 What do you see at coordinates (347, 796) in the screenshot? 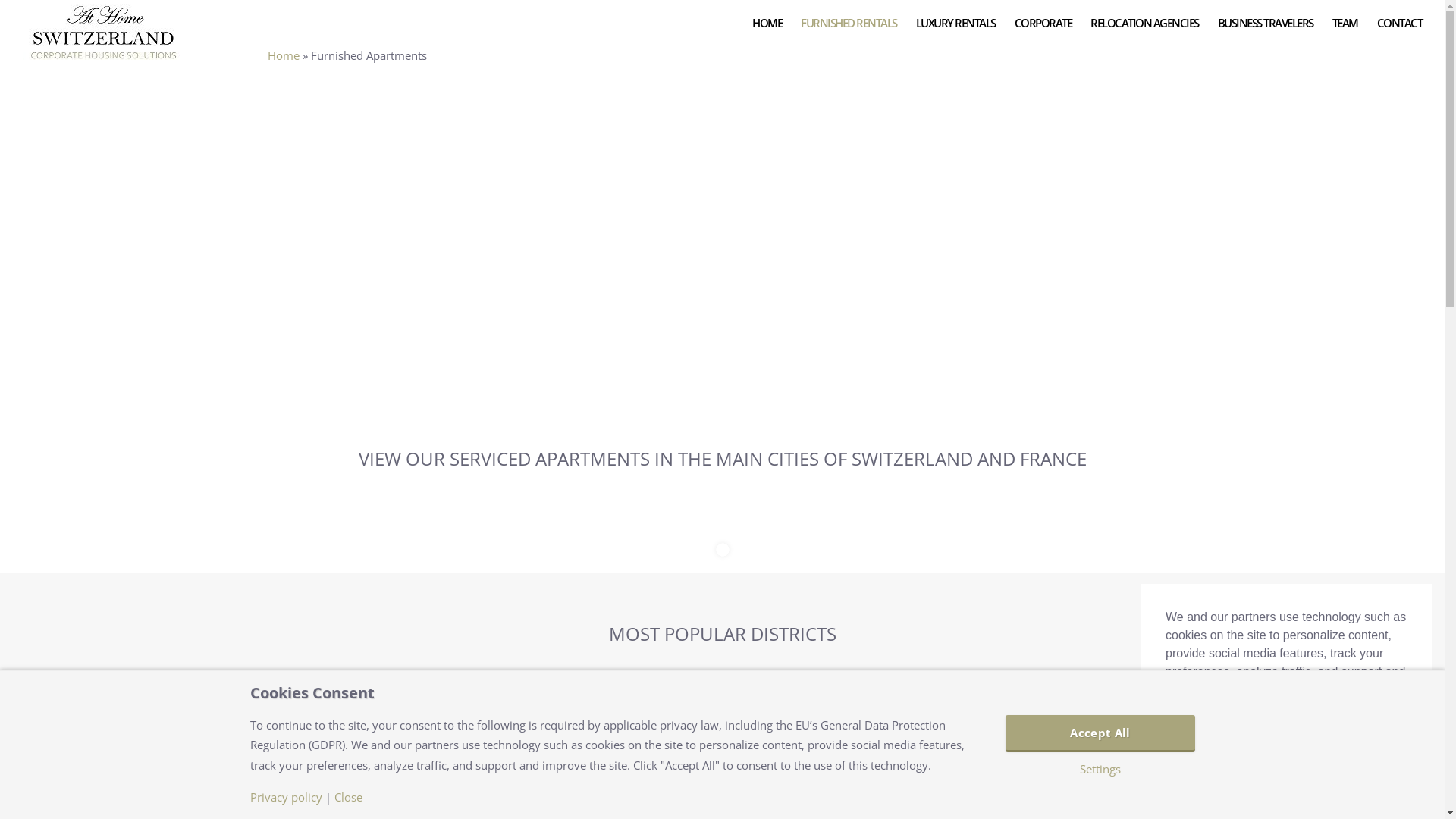
I see `'Close'` at bounding box center [347, 796].